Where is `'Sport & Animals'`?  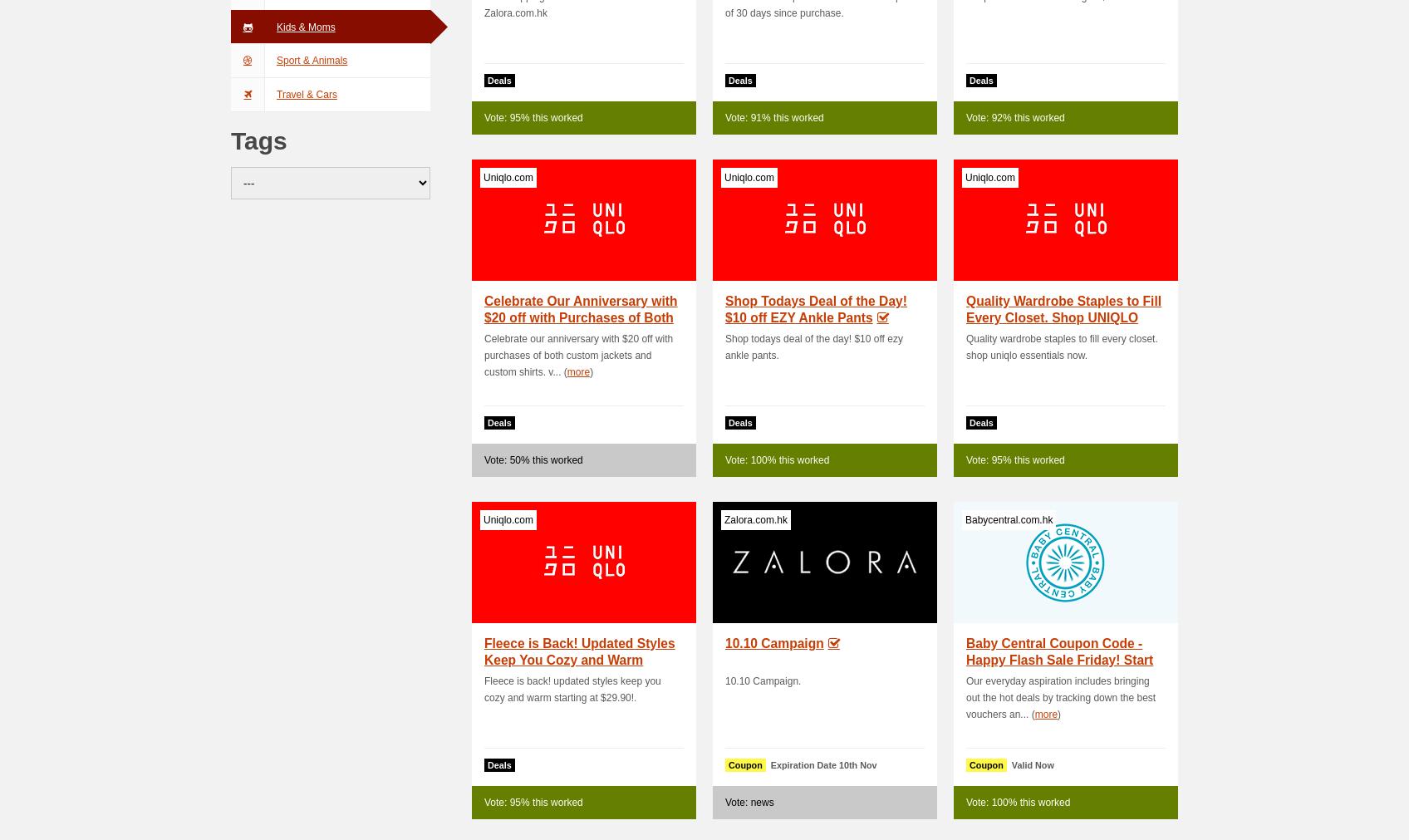
'Sport & Animals' is located at coordinates (276, 59).